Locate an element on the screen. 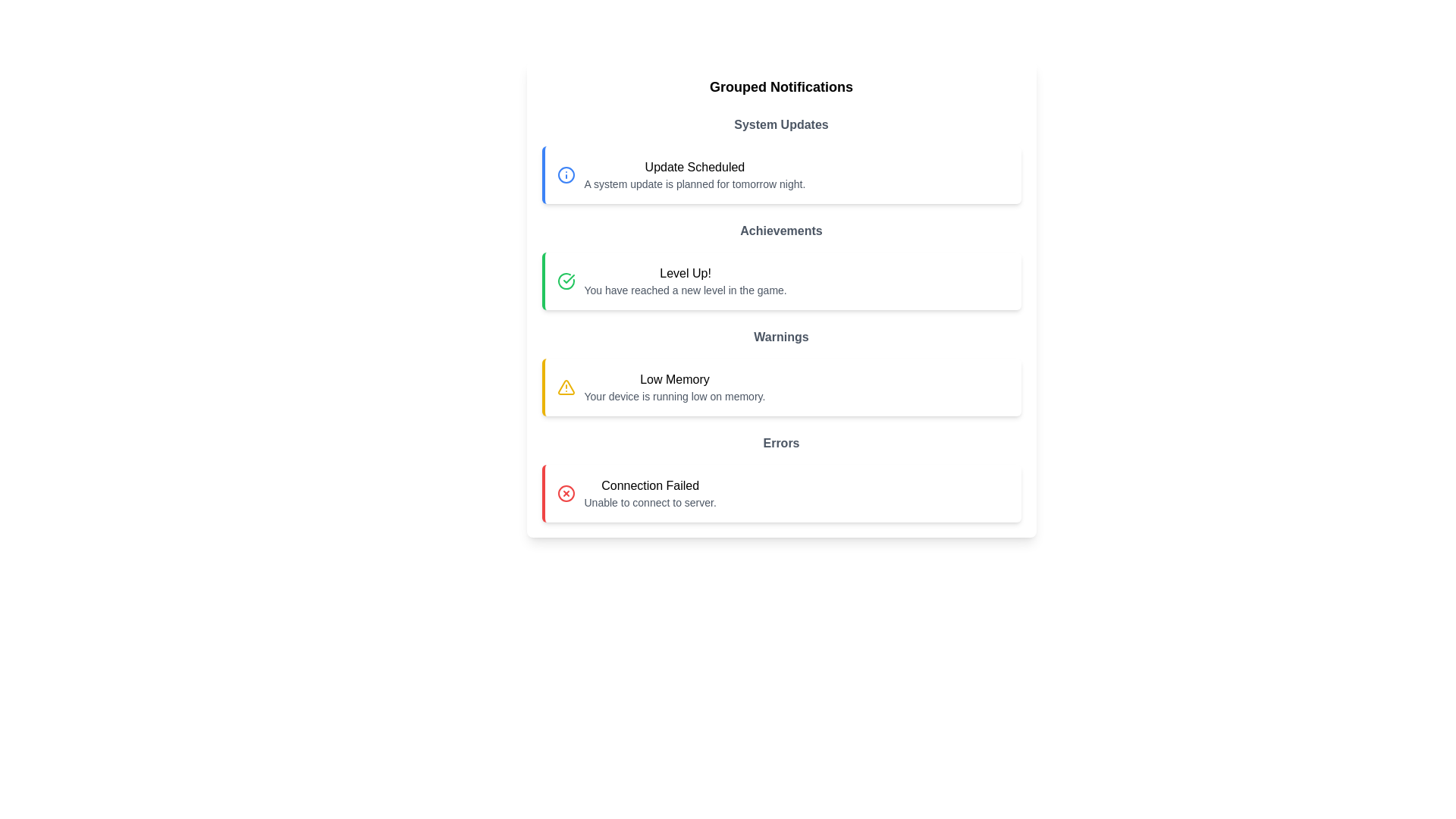 This screenshot has height=819, width=1456. the Notification card displaying 'Level Up!' and 'You have reached a new level in the game.' is located at coordinates (781, 281).